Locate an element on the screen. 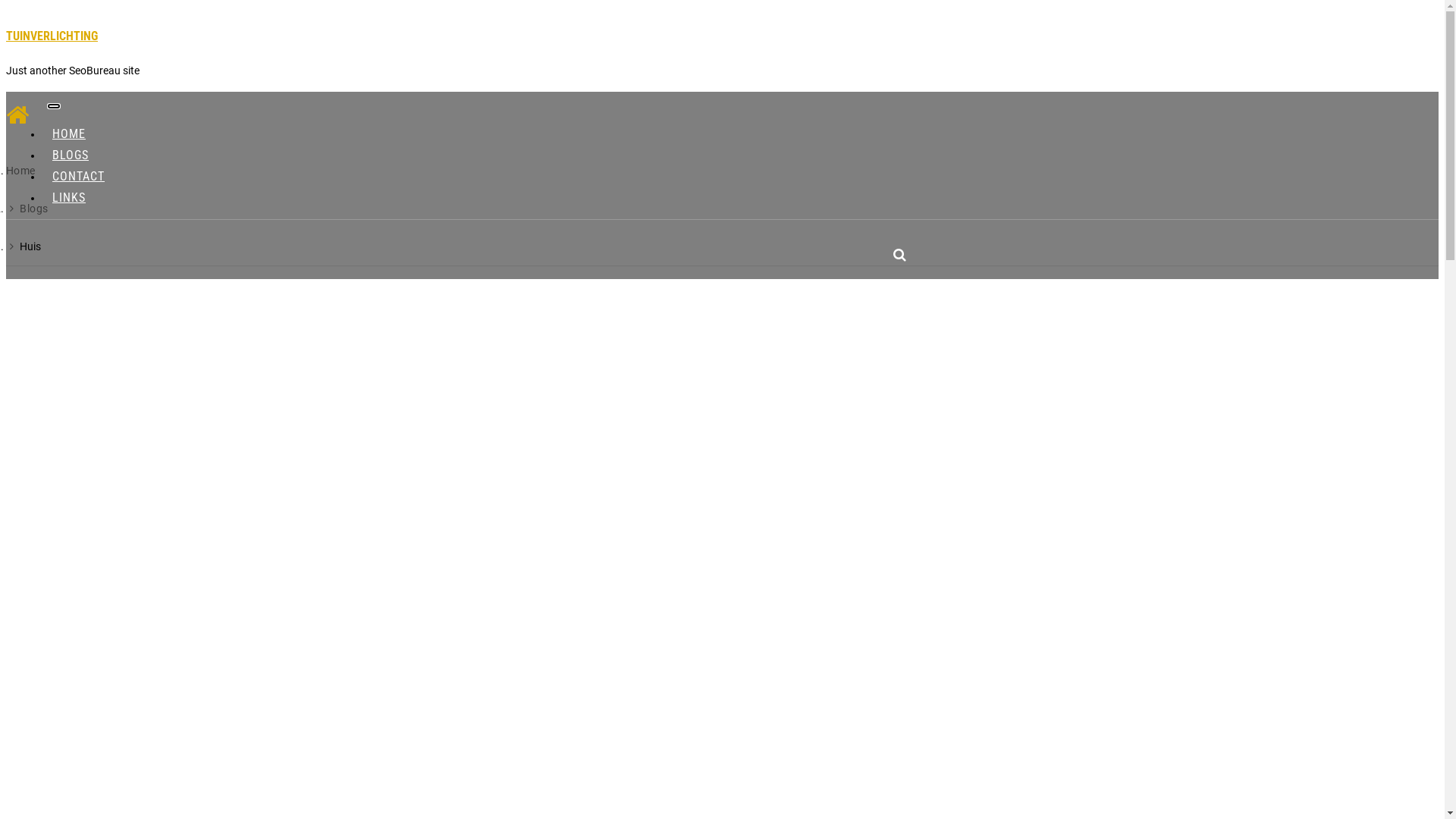  'Toggle navigation' is located at coordinates (47, 105).